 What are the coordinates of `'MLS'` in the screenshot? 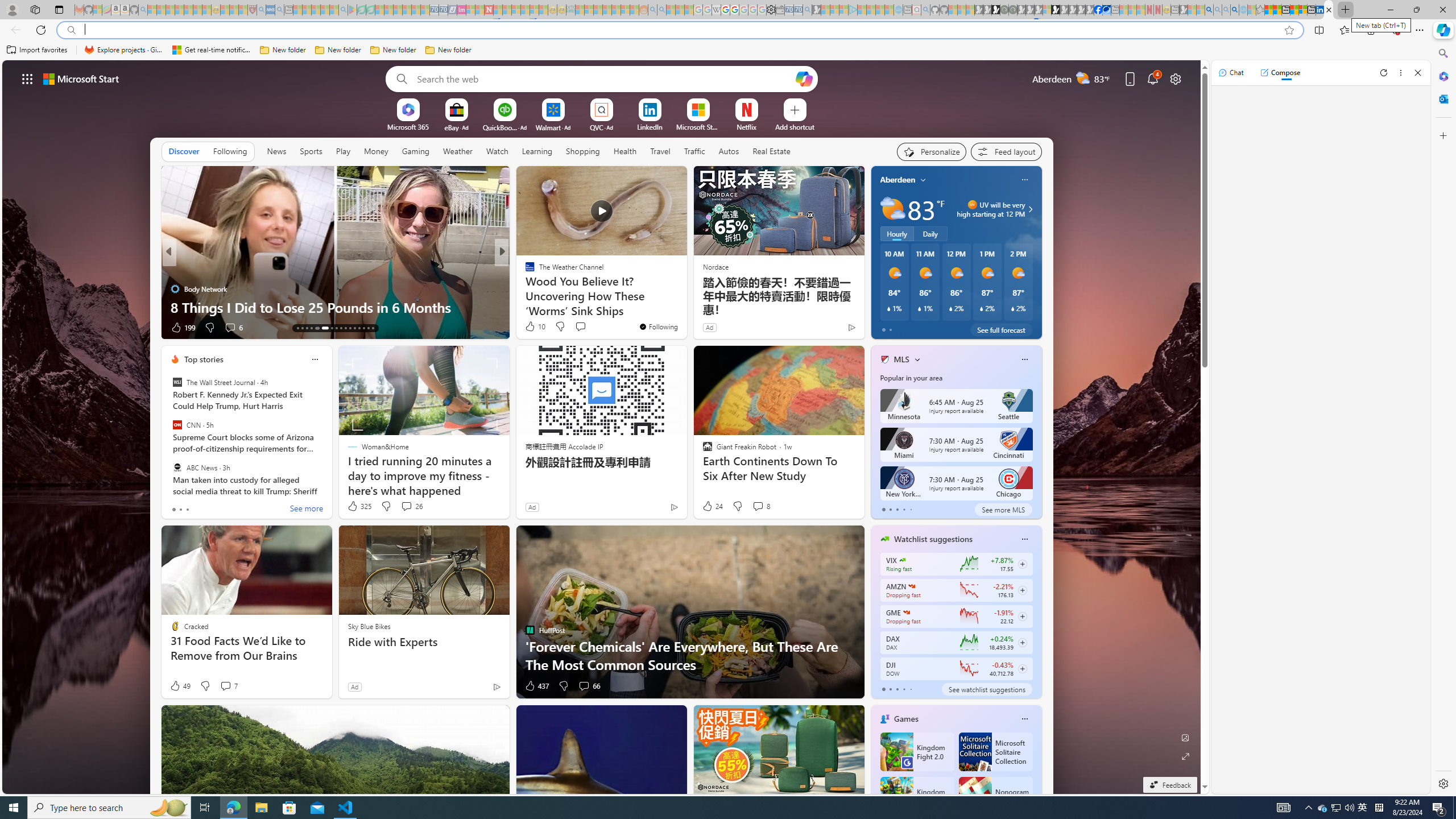 It's located at (901, 359).